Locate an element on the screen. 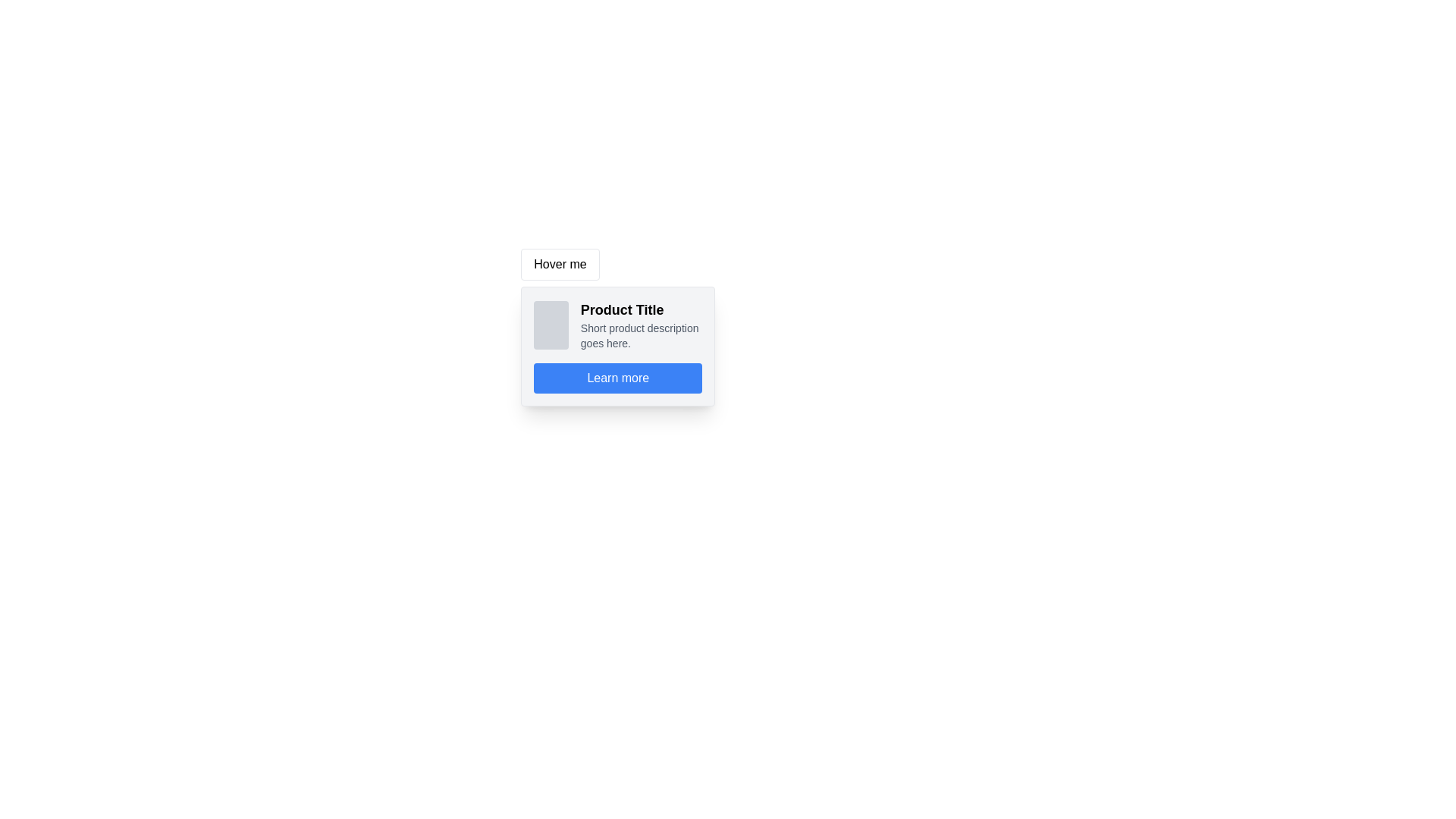 The height and width of the screenshot is (819, 1456). the static text element displaying 'Short product description goes here.' which is located below the 'Product Title' in a white card-like section is located at coordinates (642, 335).